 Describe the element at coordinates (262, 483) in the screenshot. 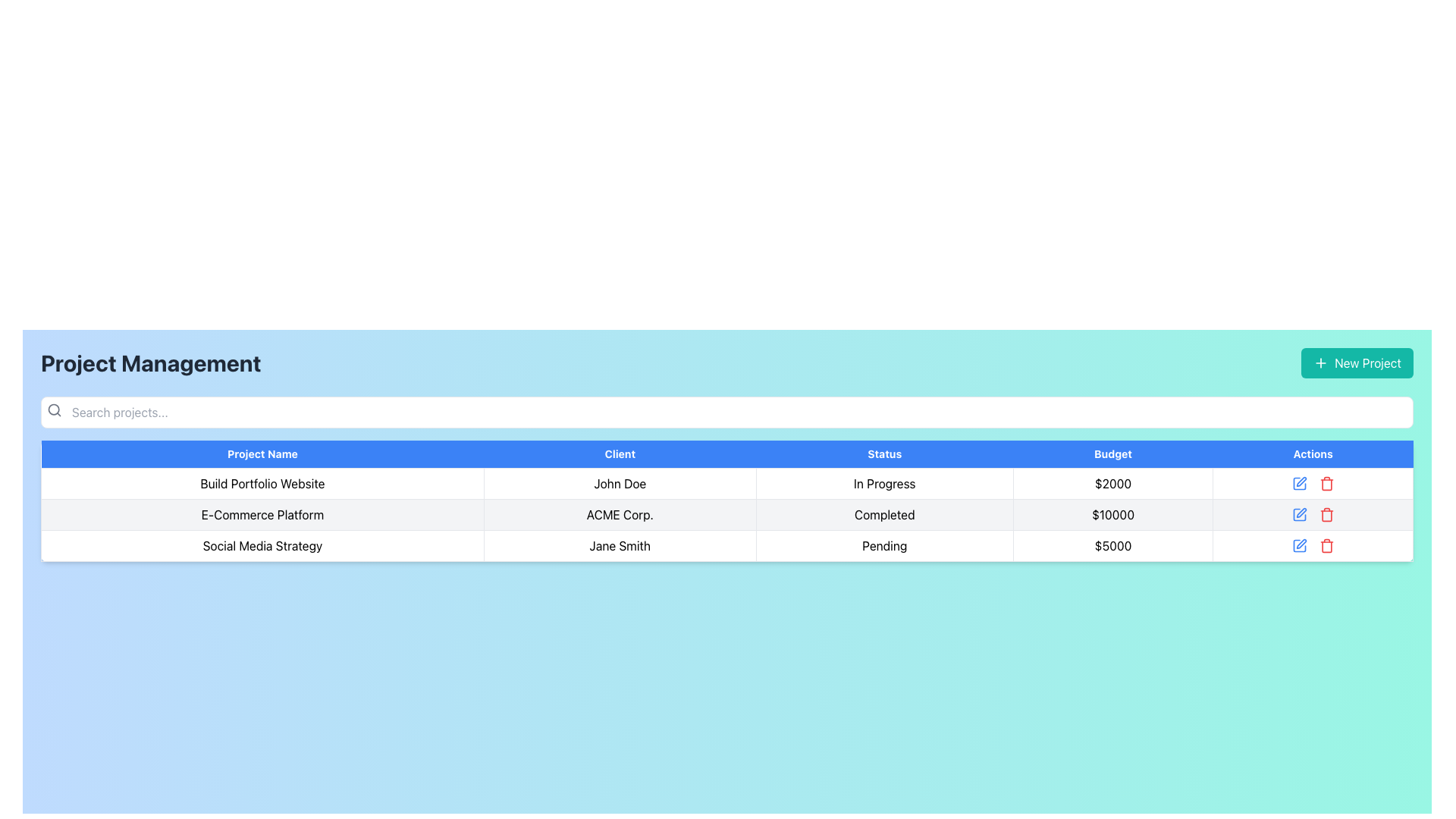

I see `the Text Label that identifies the project titled 'Build Portfolio Website' located in the first row under the 'Project Name' column of the table` at that location.